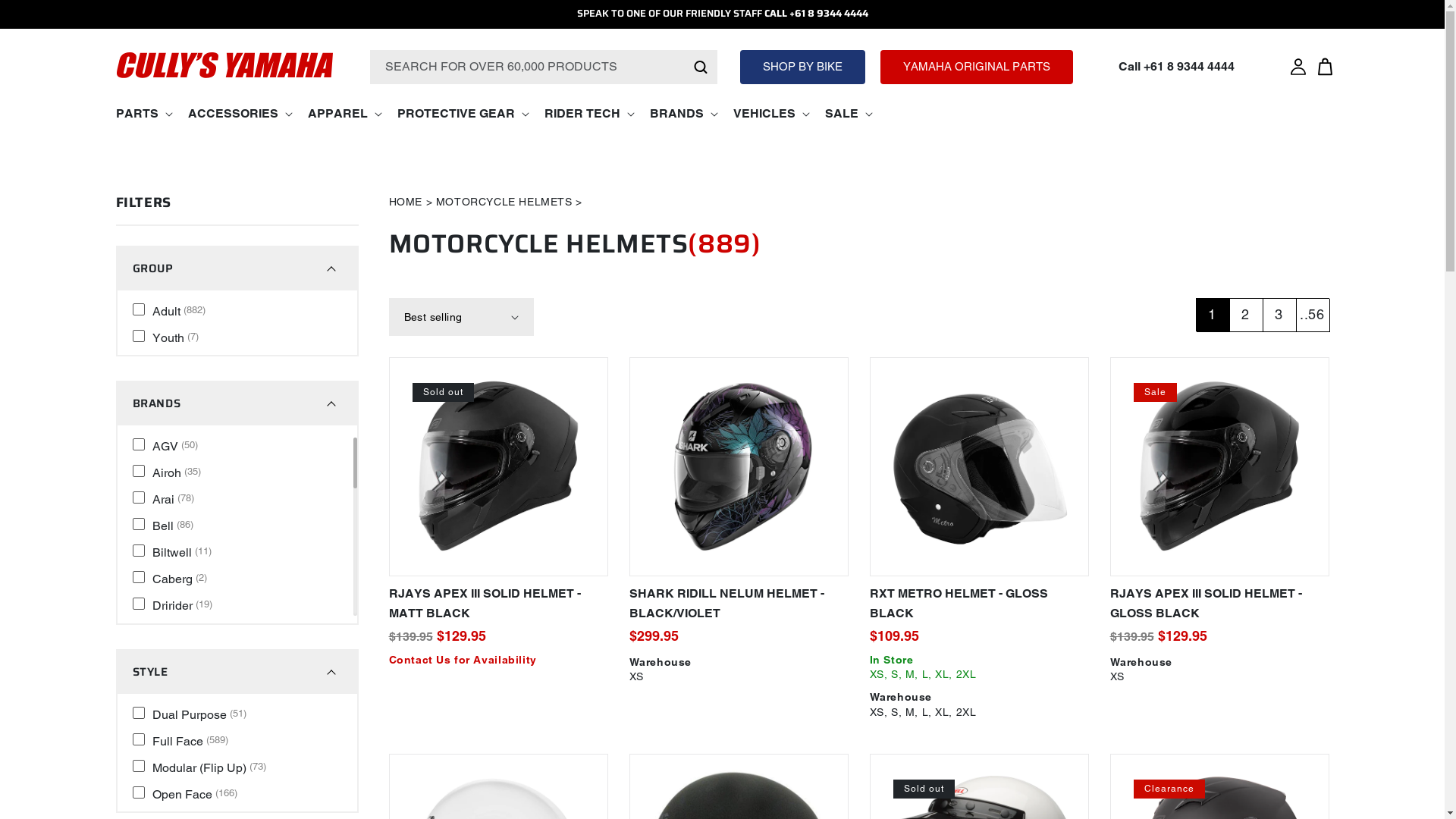 This screenshot has height=819, width=1456. Describe the element at coordinates (739, 603) in the screenshot. I see `'SHARK RIDILL NELUM HELMET - BLACK/VIOLET'` at that location.